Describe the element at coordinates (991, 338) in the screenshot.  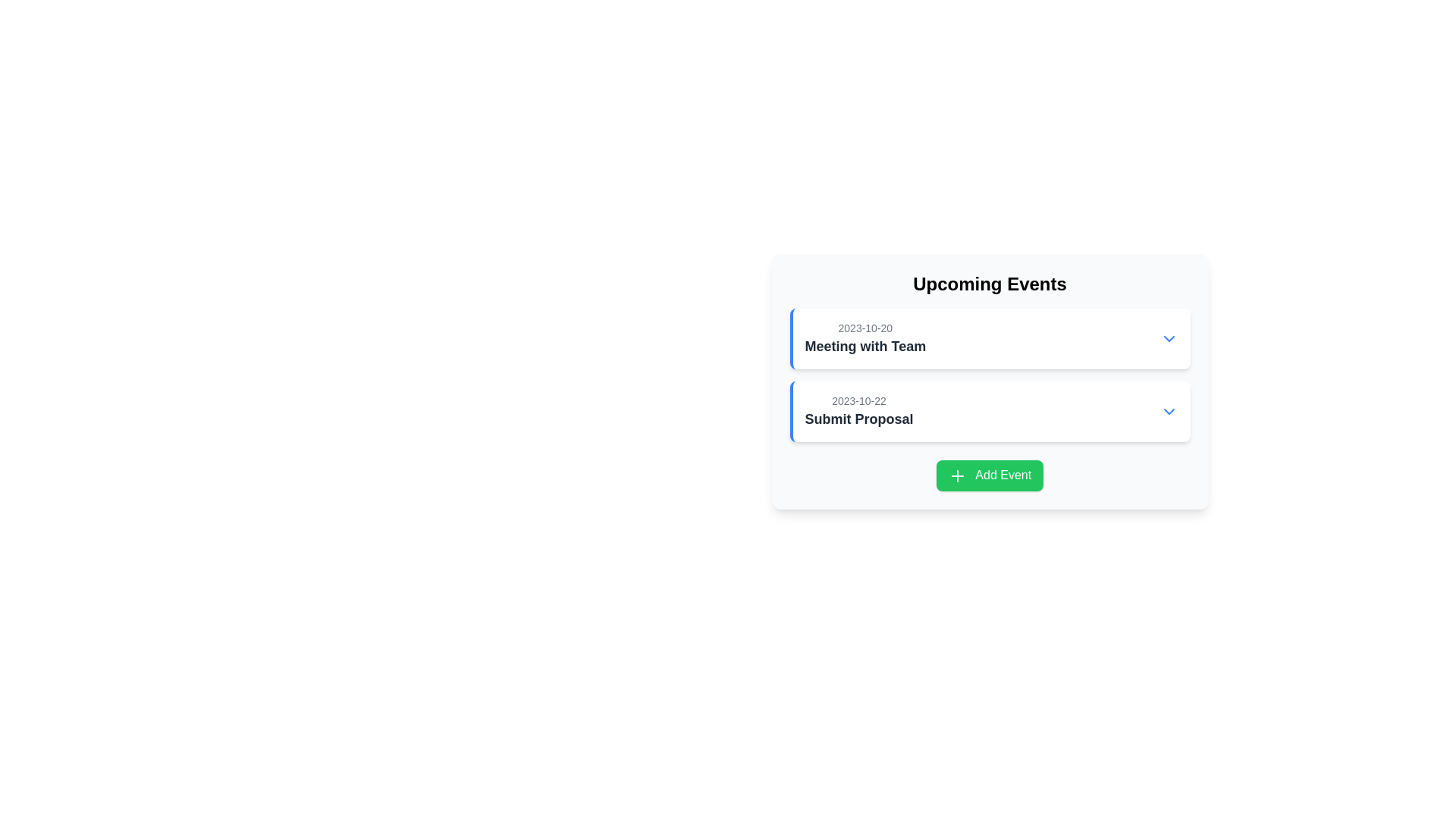
I see `the Event entry with expandable details, which shows the date and title of the event, located in the 'Upcoming Events' section with a blue left border` at that location.